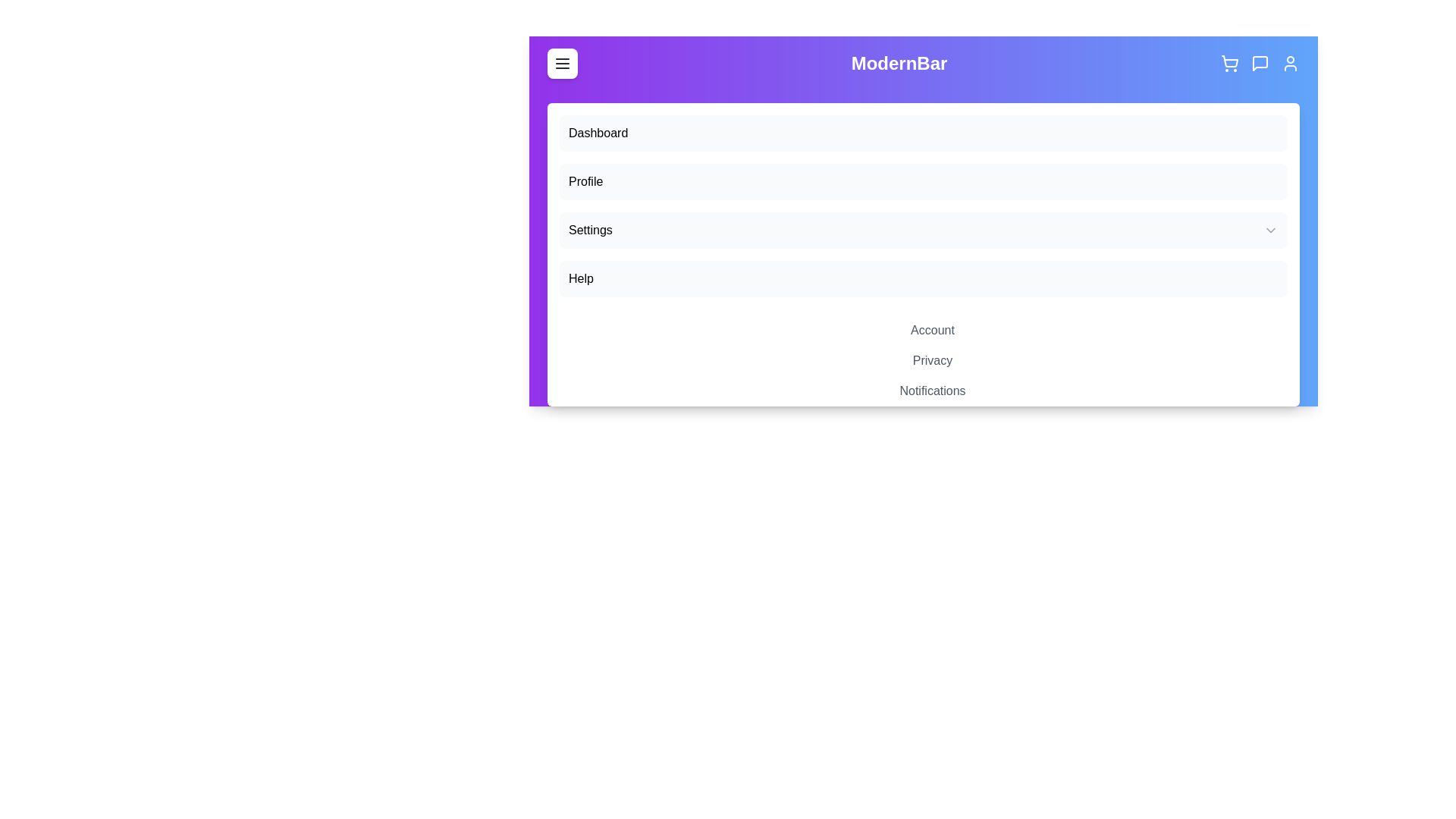 The height and width of the screenshot is (819, 1456). What do you see at coordinates (931, 360) in the screenshot?
I see `the sub-option Privacy under the 'Settings' dropdown` at bounding box center [931, 360].